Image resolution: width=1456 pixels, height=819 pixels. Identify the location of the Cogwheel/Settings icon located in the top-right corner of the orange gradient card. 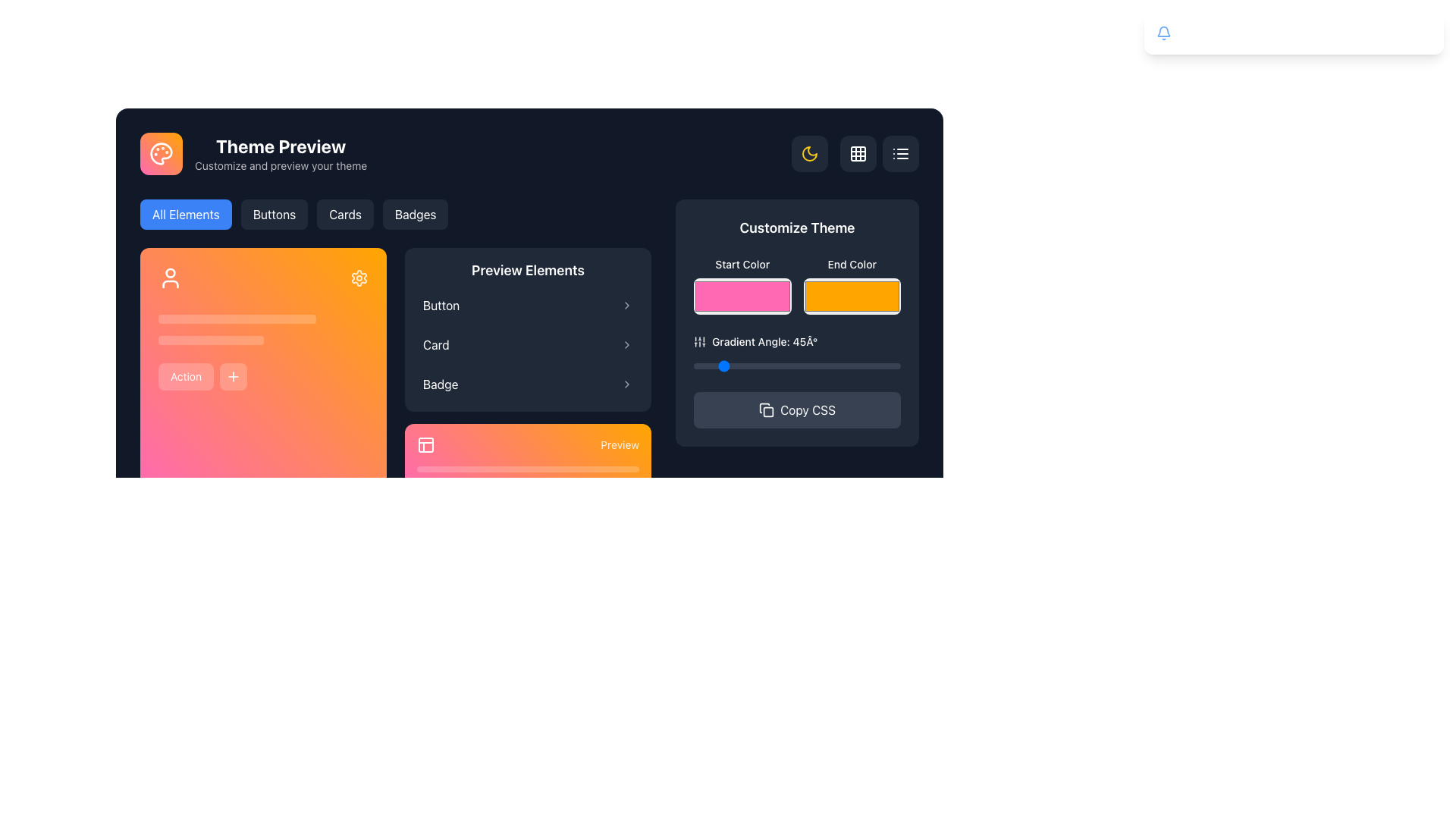
(359, 278).